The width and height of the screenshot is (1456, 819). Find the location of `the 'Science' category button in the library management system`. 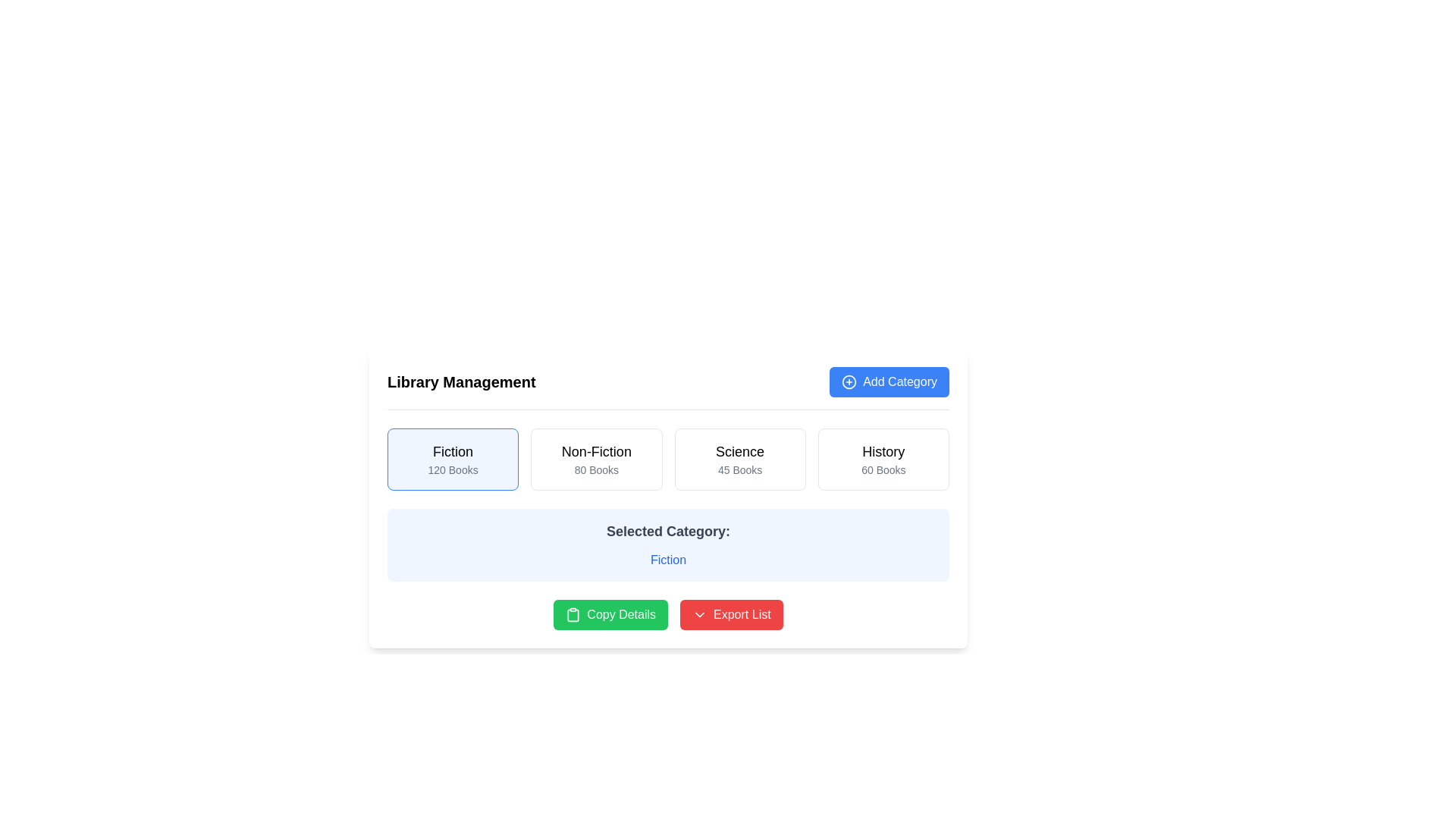

the 'Science' category button in the library management system is located at coordinates (740, 458).